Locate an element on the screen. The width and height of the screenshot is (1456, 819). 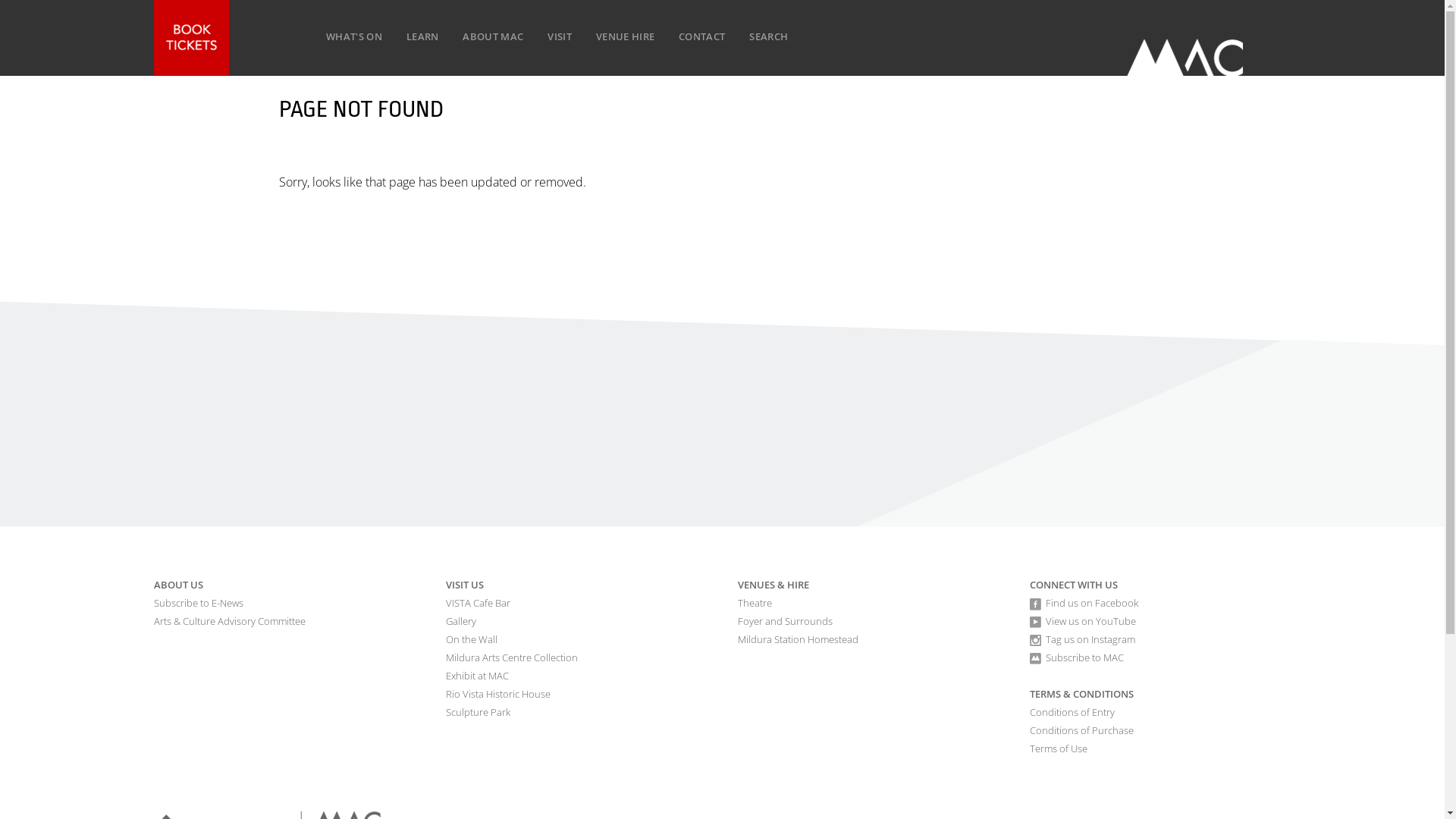
'Subscribe to MAC' is located at coordinates (1083, 657).